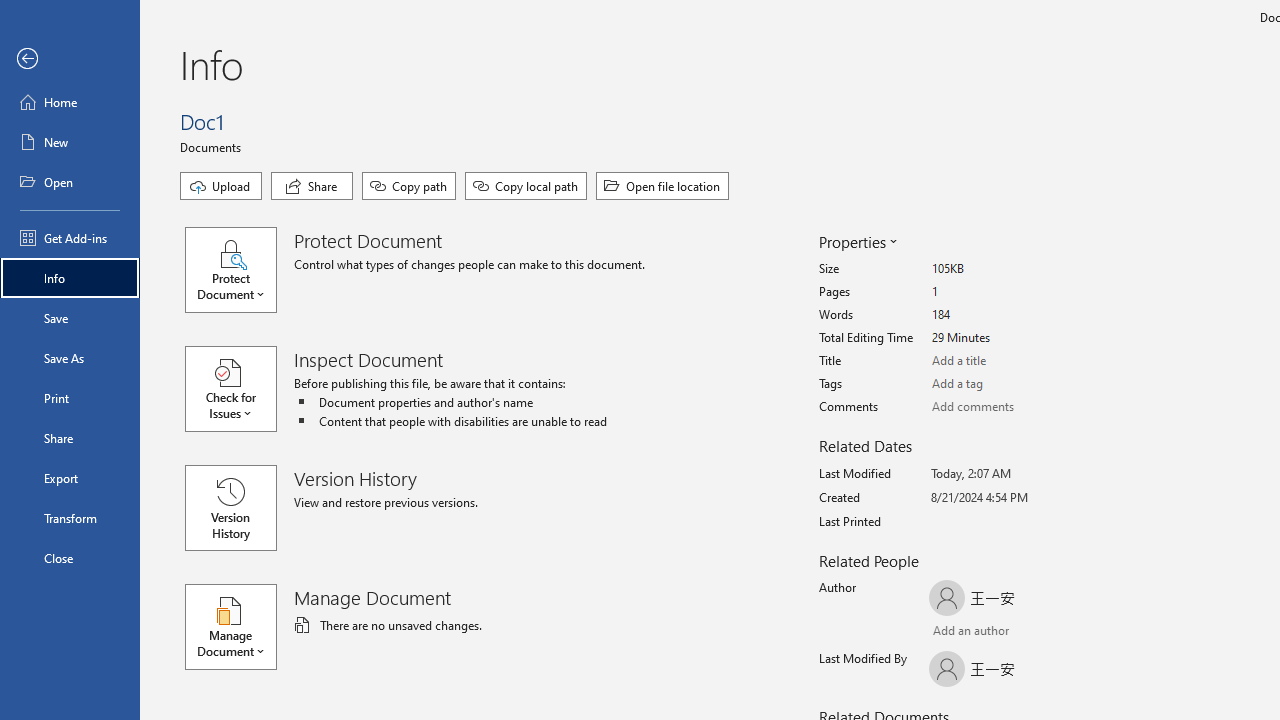 The image size is (1280, 720). I want to click on 'Export', so click(69, 478).